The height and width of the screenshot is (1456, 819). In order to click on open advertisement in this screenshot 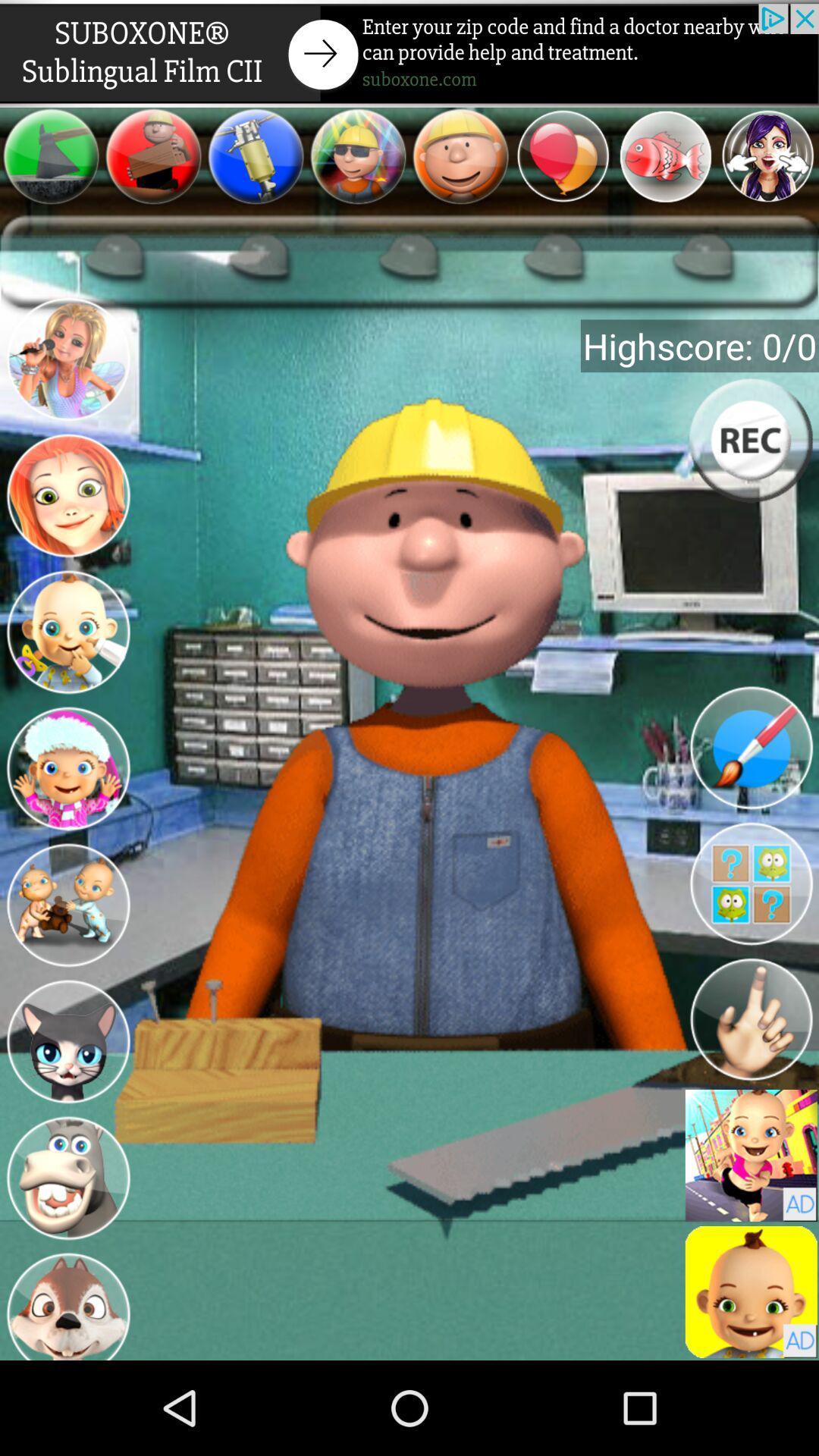, I will do `click(409, 53)`.